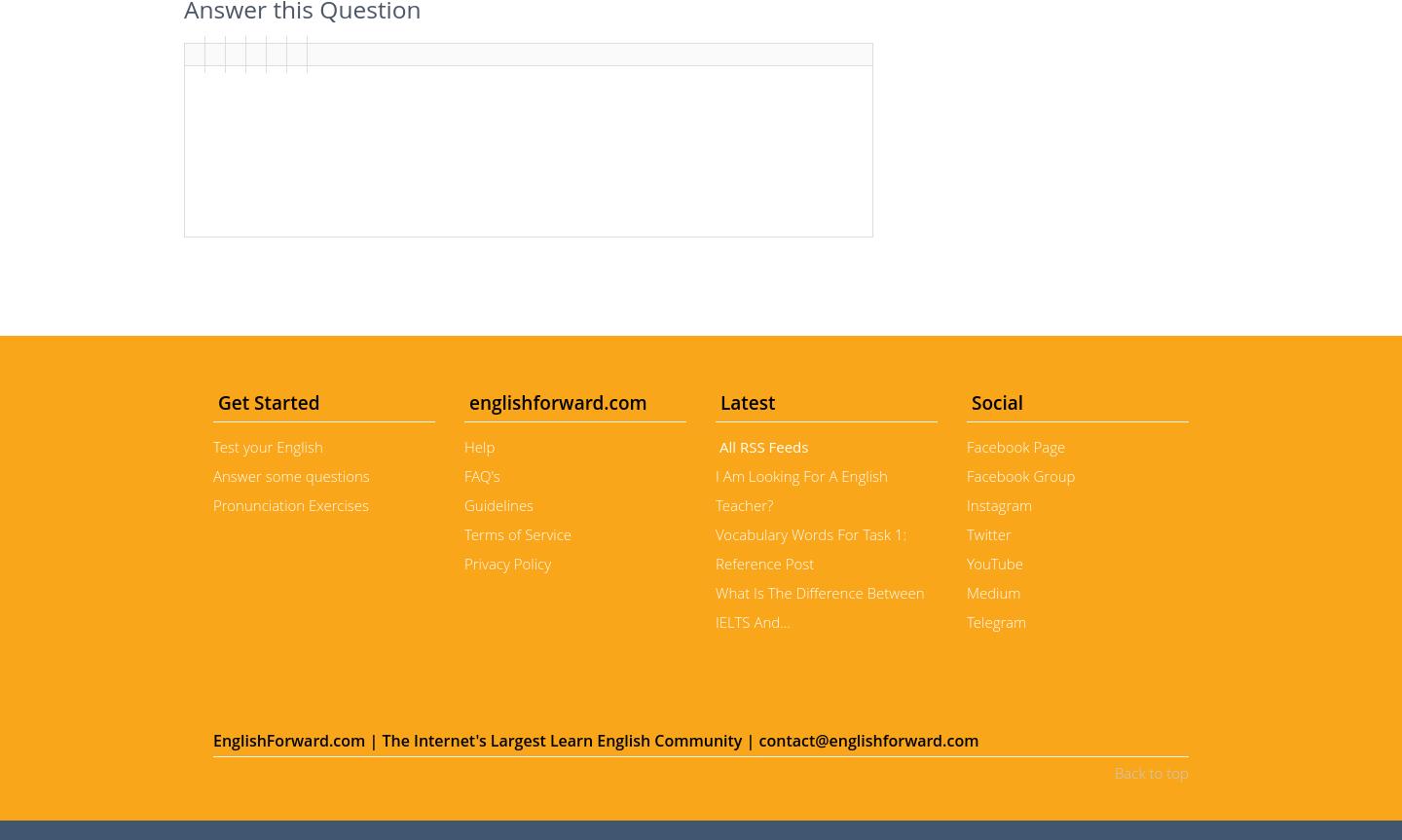  What do you see at coordinates (996, 620) in the screenshot?
I see `'Telegram'` at bounding box center [996, 620].